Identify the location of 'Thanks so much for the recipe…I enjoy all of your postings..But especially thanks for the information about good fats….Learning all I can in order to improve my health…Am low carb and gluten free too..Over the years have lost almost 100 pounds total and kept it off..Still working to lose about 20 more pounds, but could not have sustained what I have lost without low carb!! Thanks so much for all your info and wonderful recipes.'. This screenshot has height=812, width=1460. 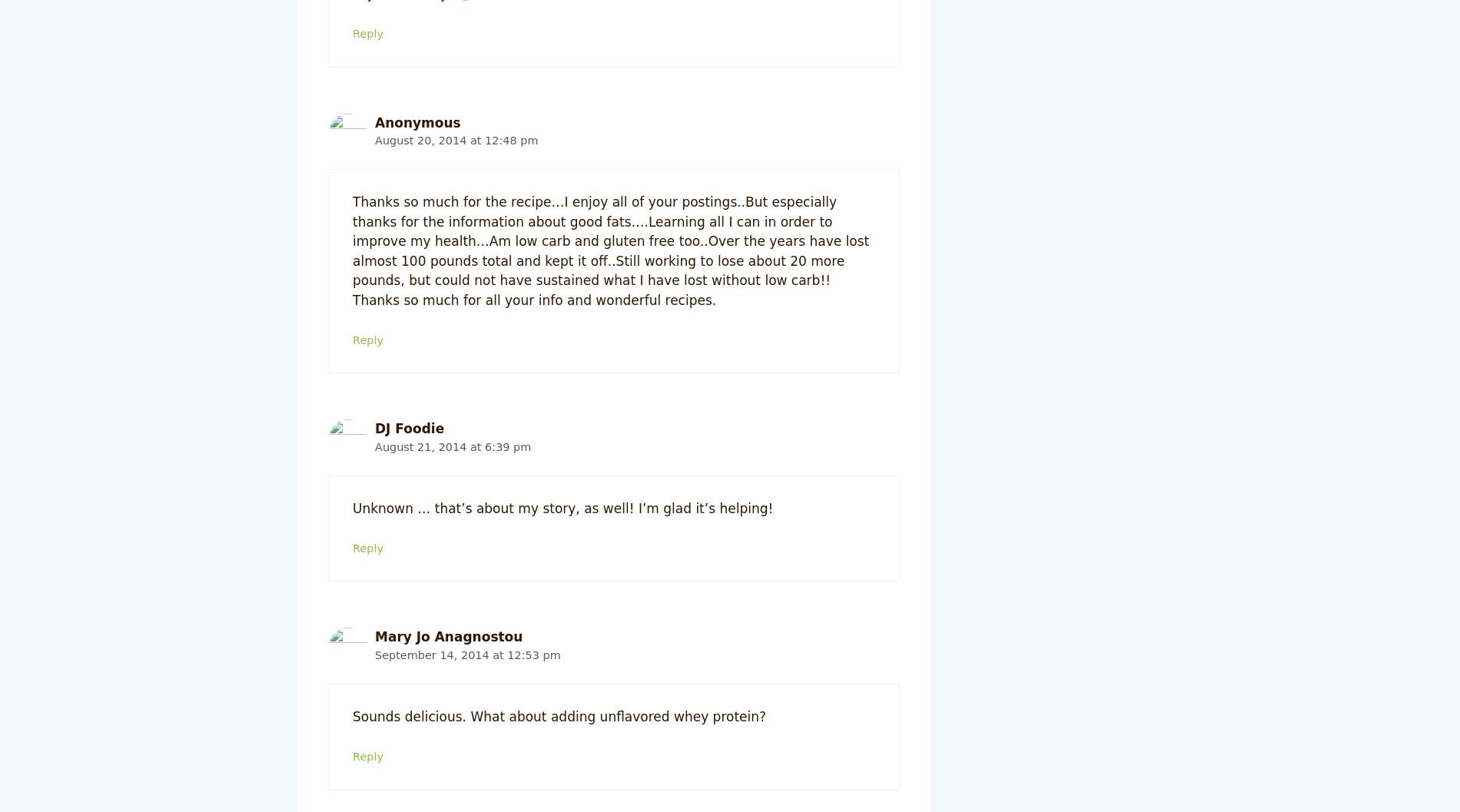
(609, 250).